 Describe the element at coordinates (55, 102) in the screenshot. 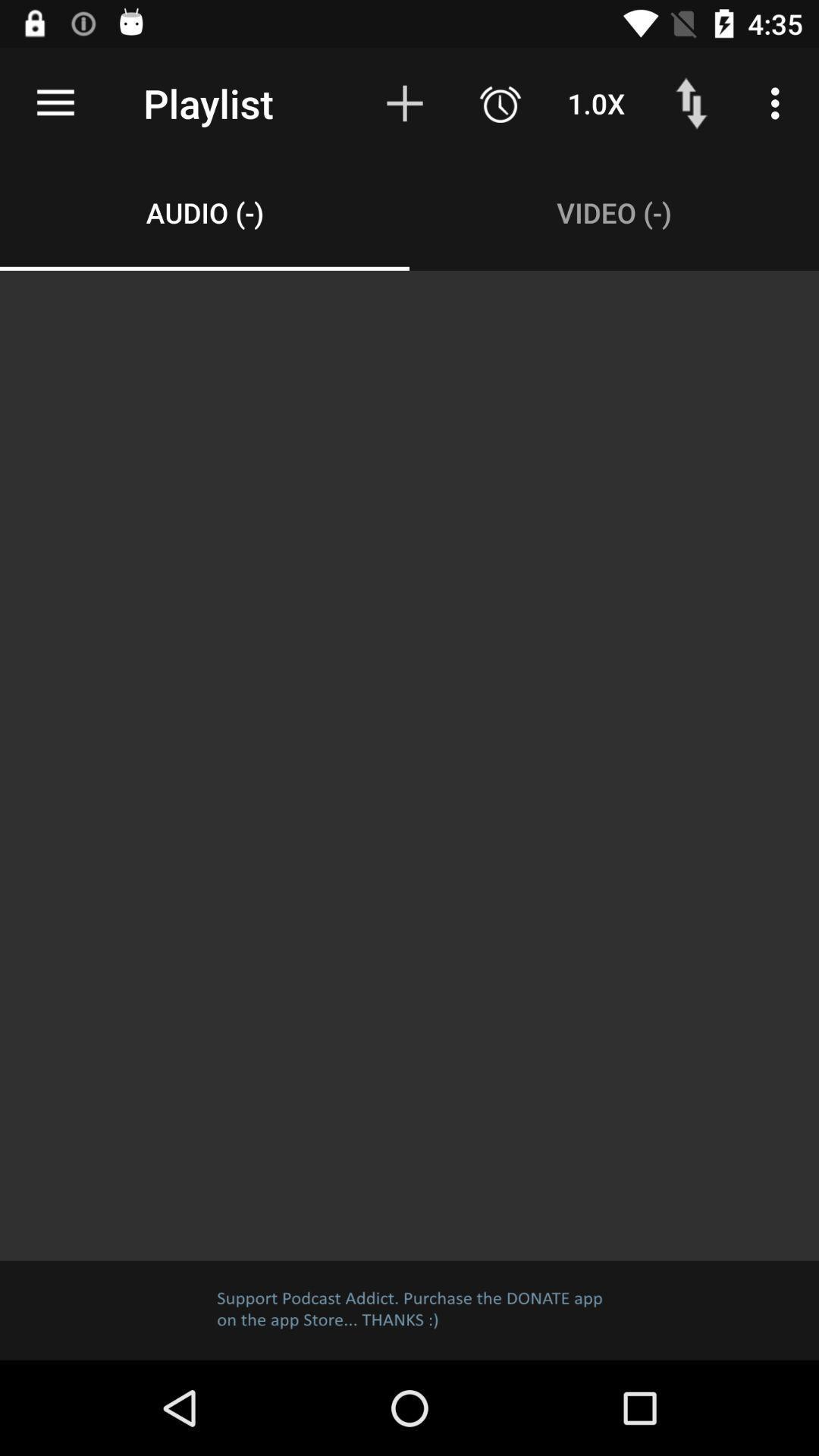

I see `item next to playlist icon` at that location.